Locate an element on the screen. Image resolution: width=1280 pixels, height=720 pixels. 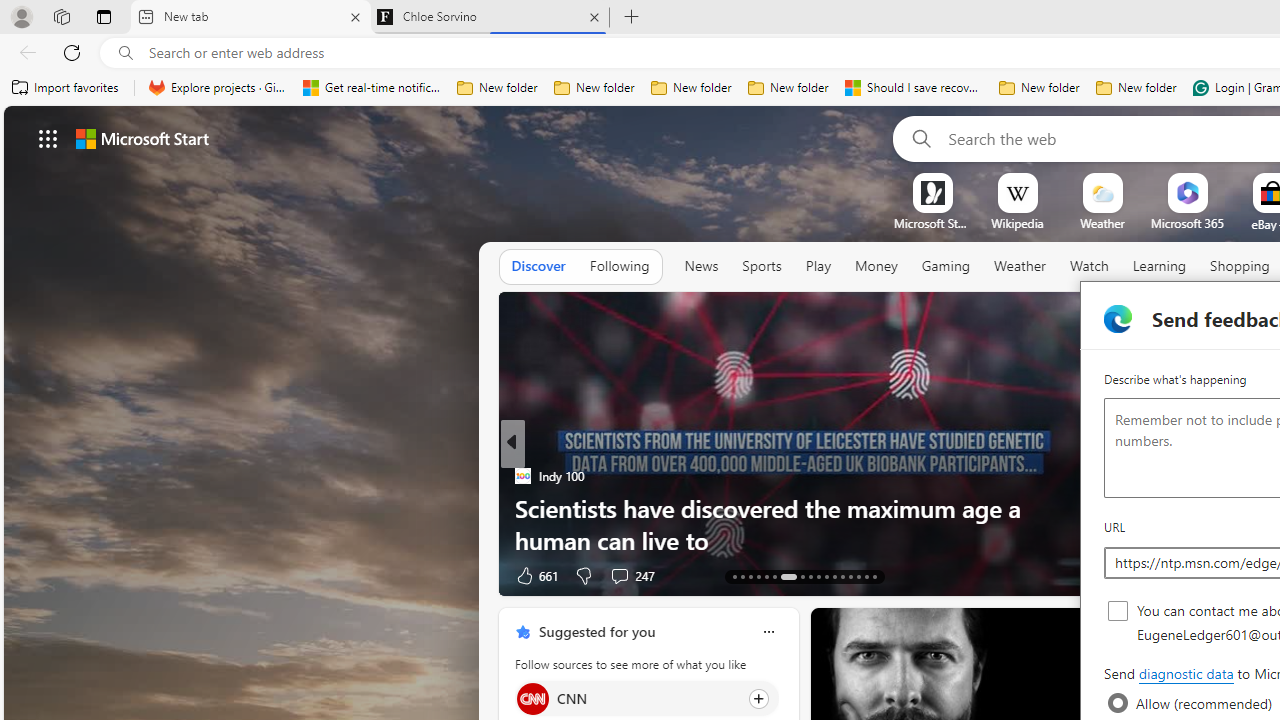
'Learning' is located at coordinates (1159, 265).